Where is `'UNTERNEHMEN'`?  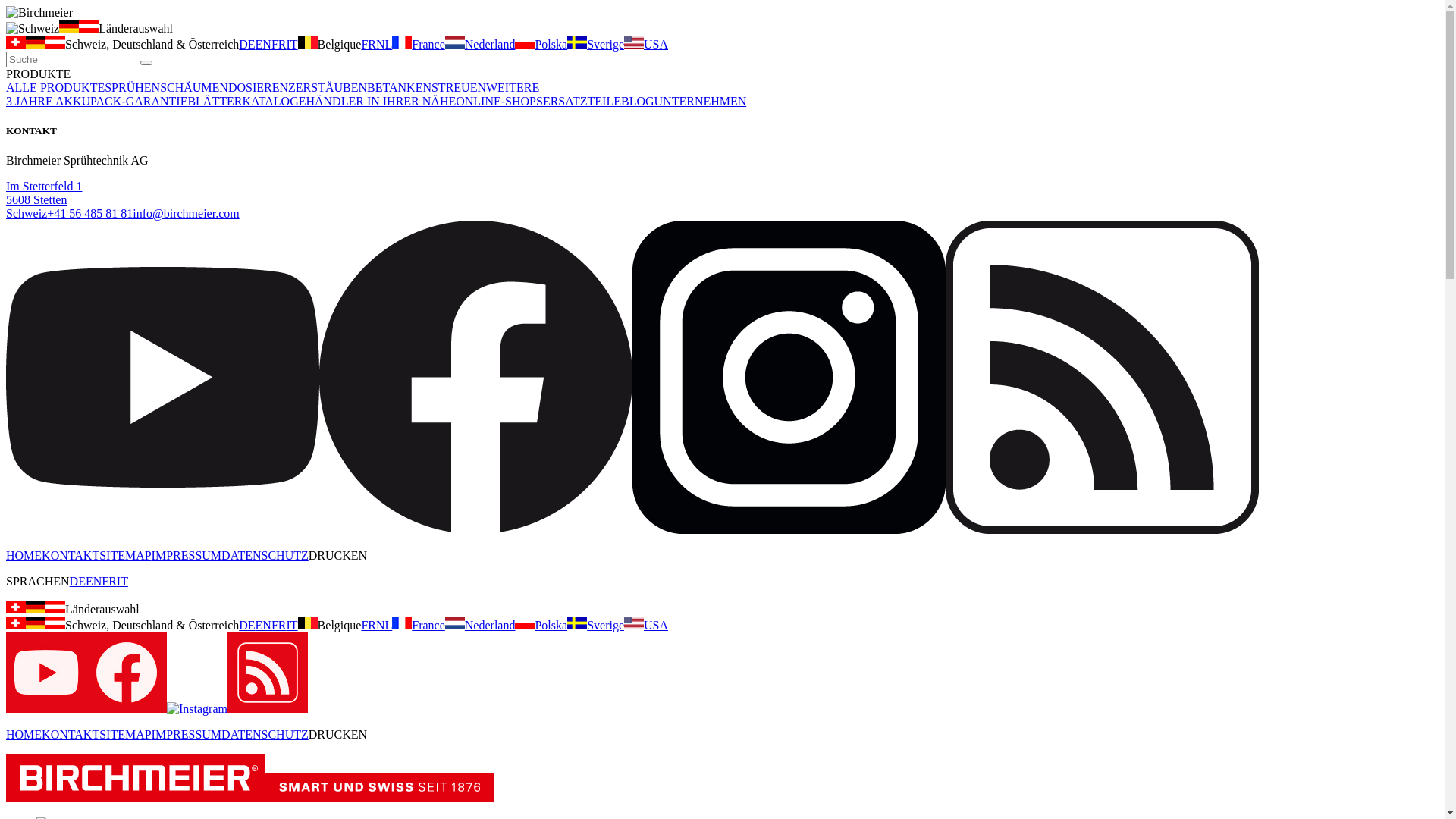
'UNTERNEHMEN' is located at coordinates (700, 101).